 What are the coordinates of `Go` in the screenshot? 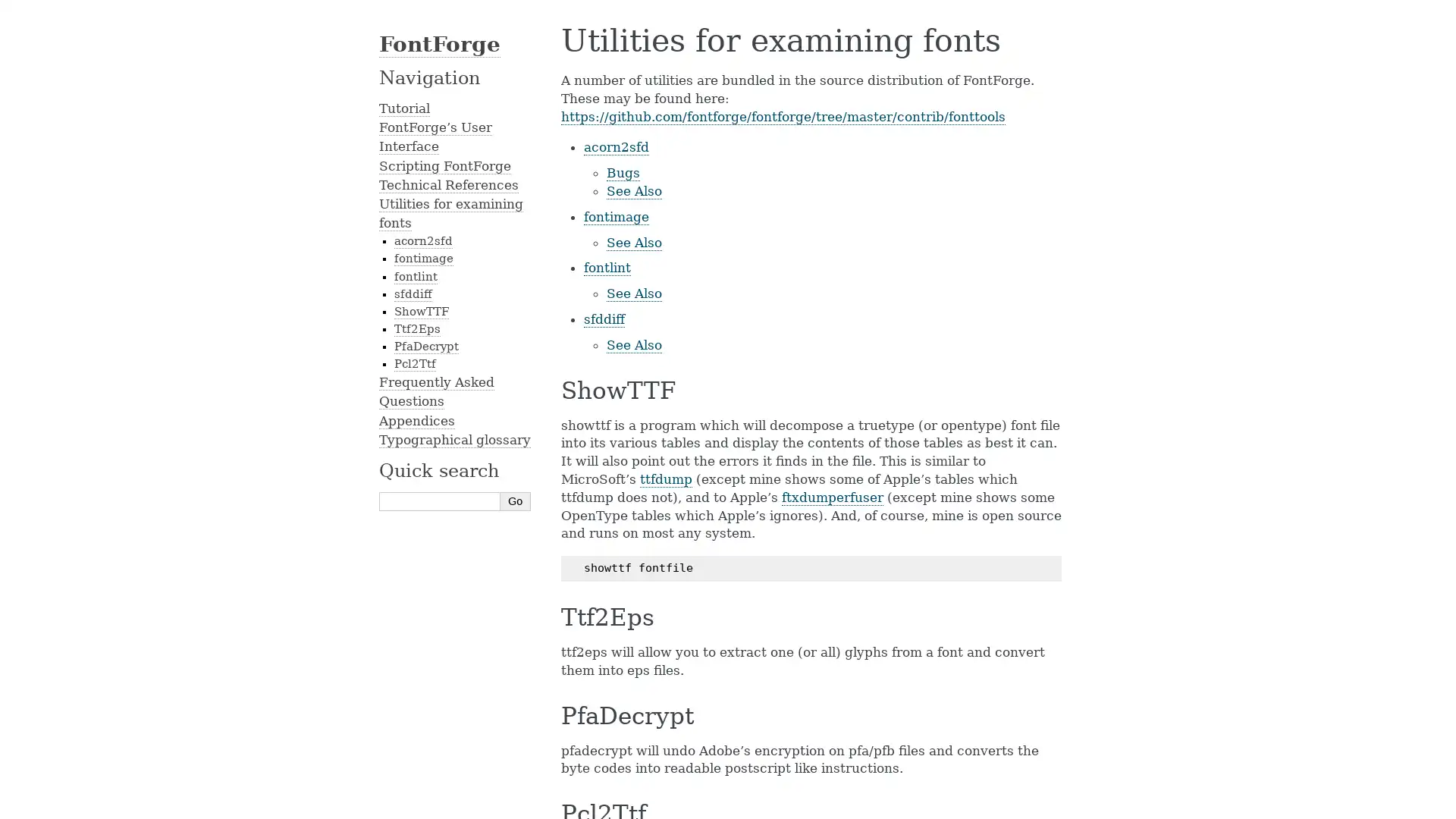 It's located at (516, 500).